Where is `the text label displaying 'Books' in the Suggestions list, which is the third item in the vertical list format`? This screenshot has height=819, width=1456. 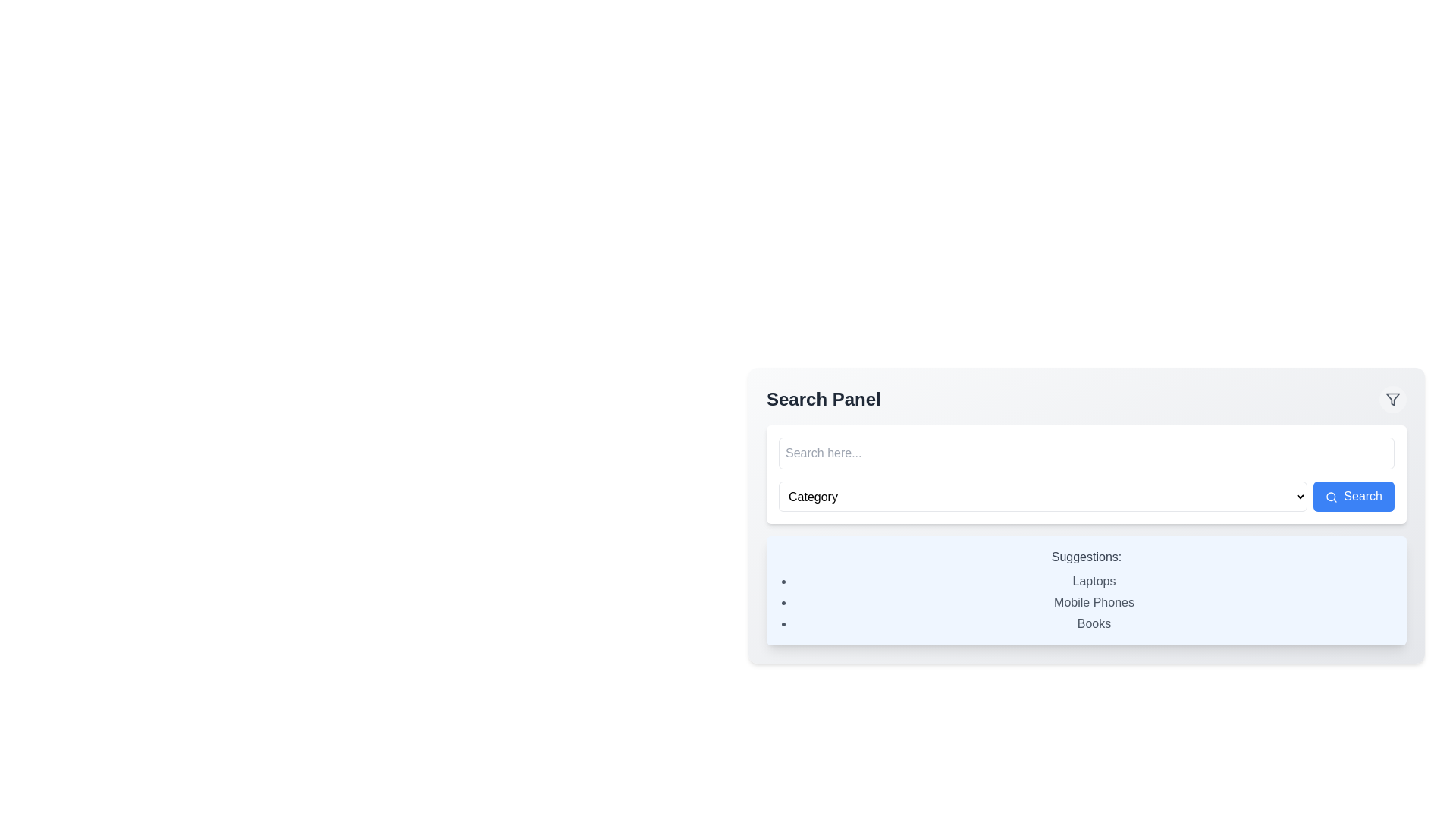
the text label displaying 'Books' in the Suggestions list, which is the third item in the vertical list format is located at coordinates (1094, 623).